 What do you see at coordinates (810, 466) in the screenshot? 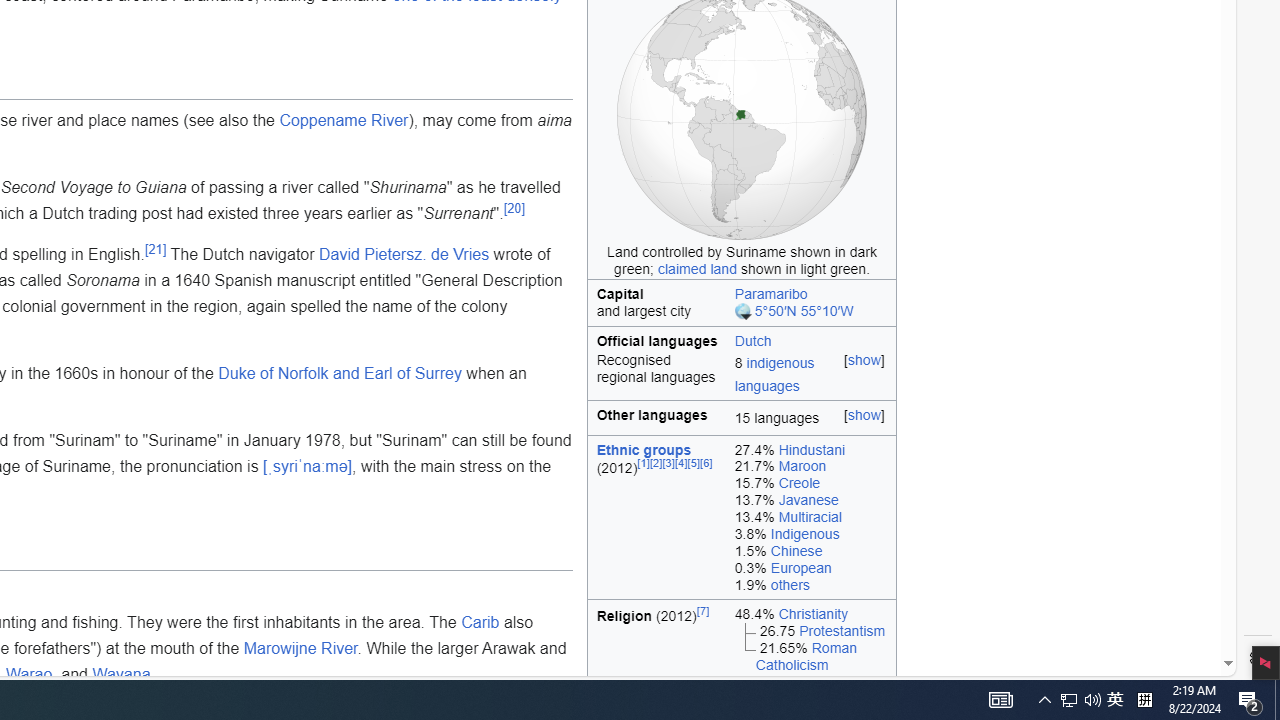
I see `'21.7% Maroon'` at bounding box center [810, 466].